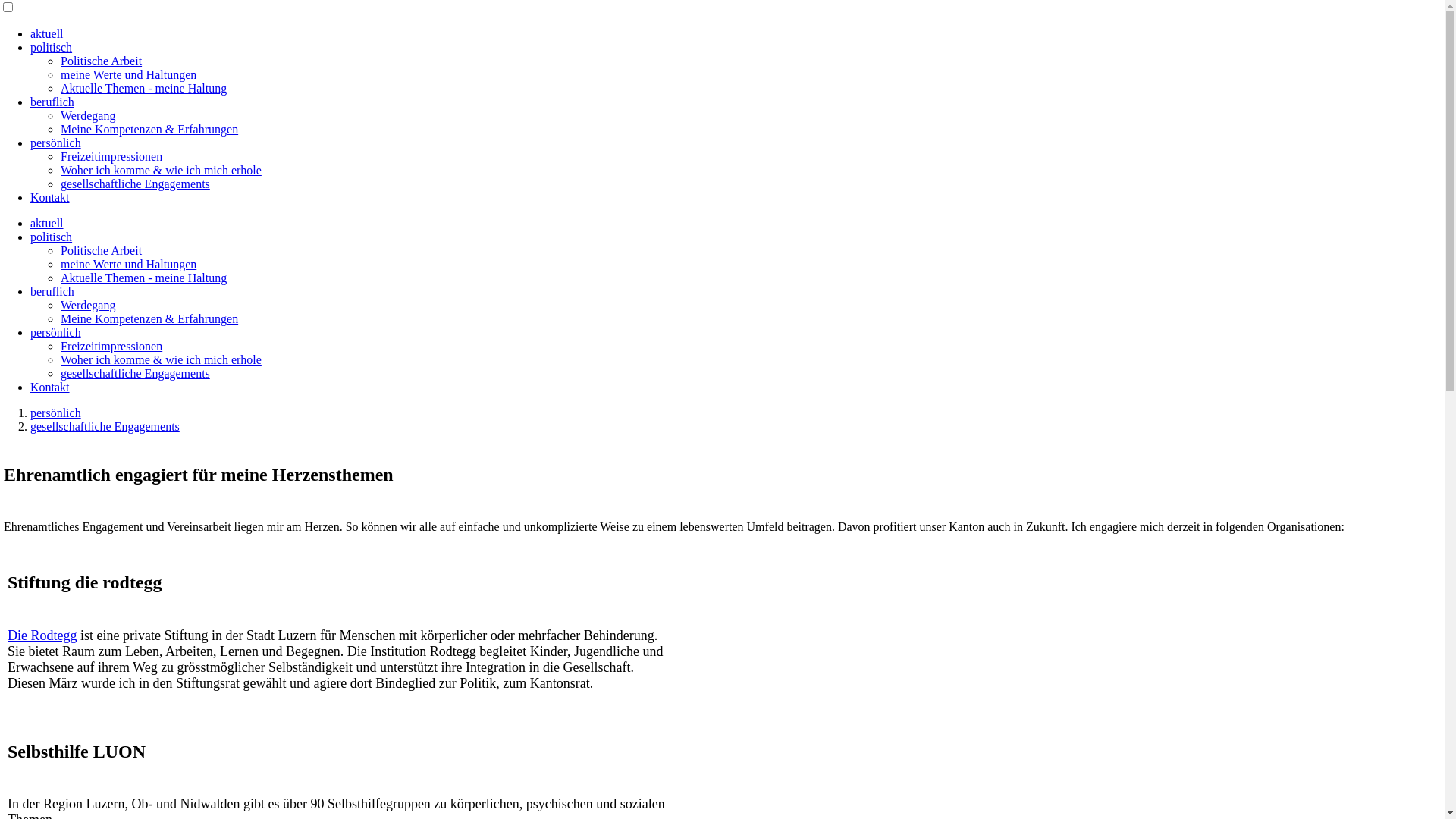 The image size is (1456, 819). What do you see at coordinates (42, 635) in the screenshot?
I see `'Die Rodtegg'` at bounding box center [42, 635].